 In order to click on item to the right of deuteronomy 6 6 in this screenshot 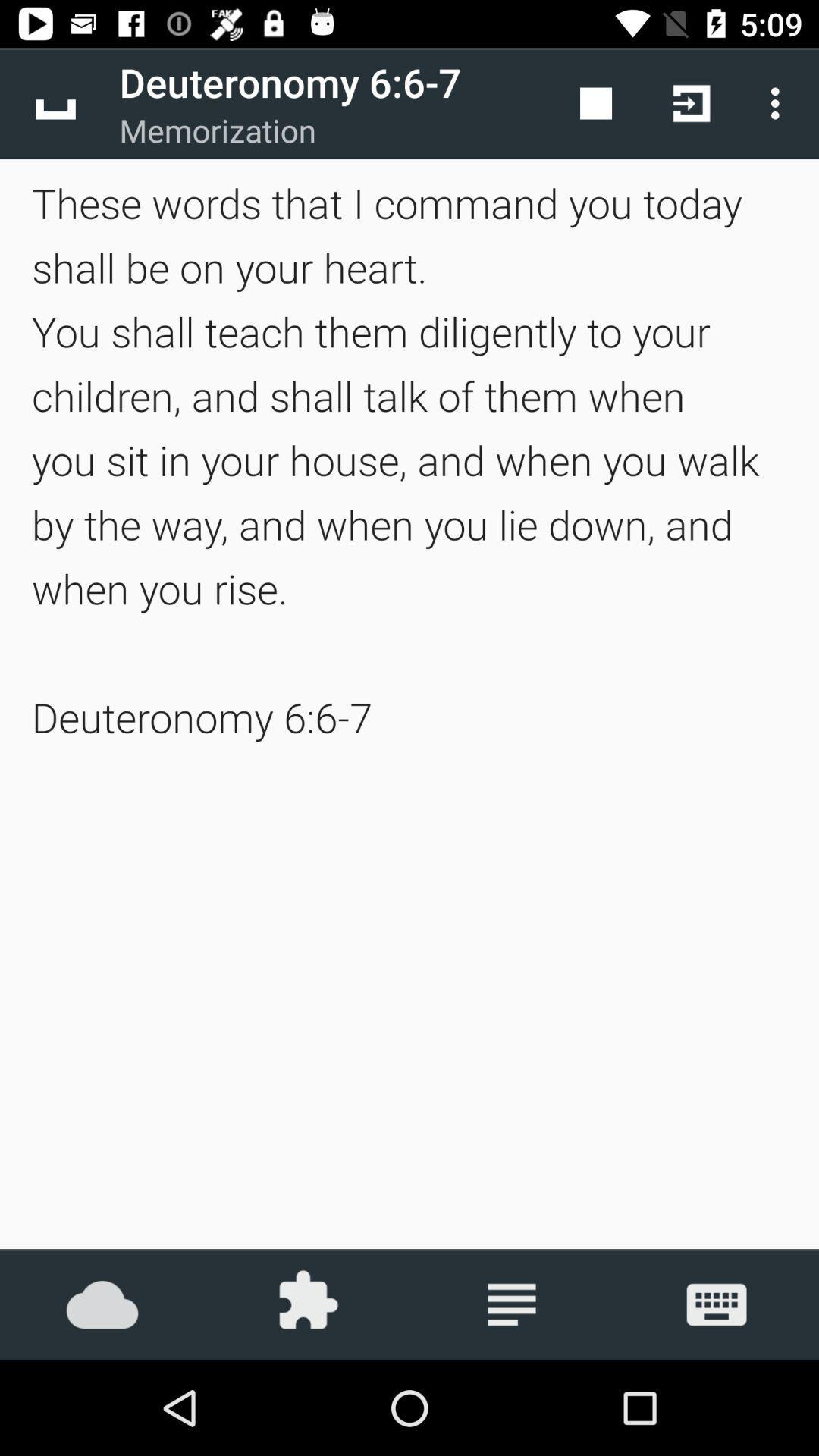, I will do `click(595, 102)`.